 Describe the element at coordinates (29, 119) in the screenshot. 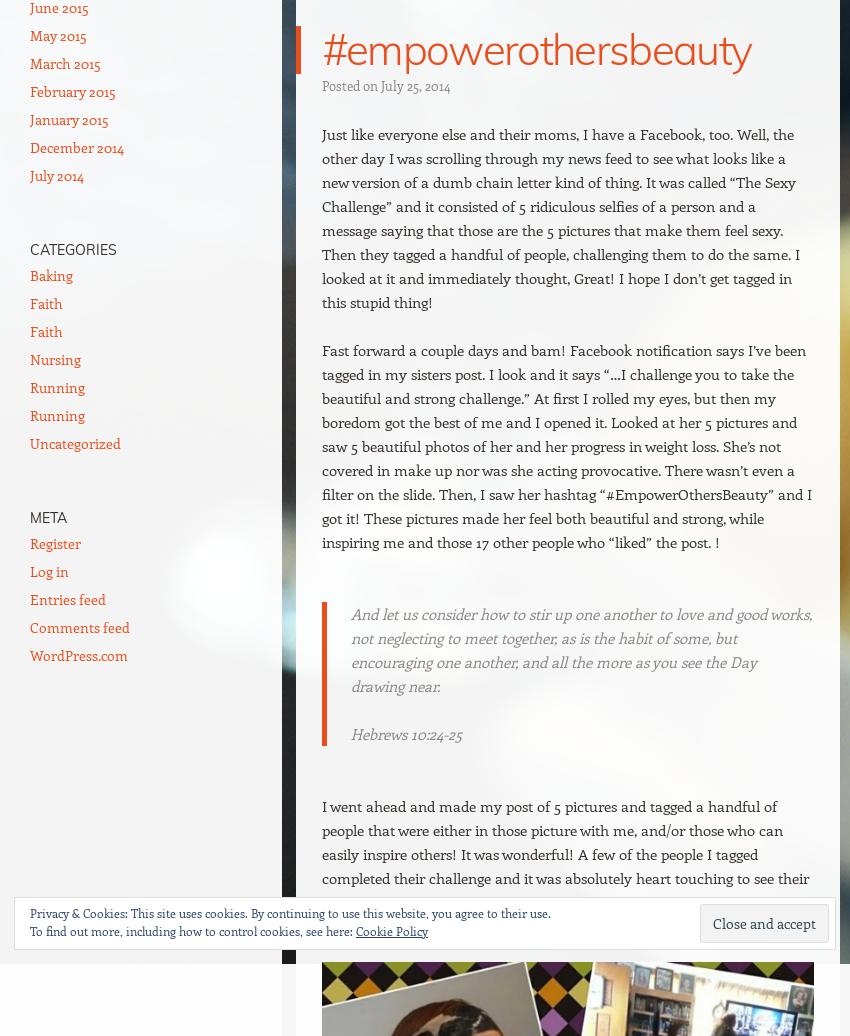

I see `'January 2015'` at that location.